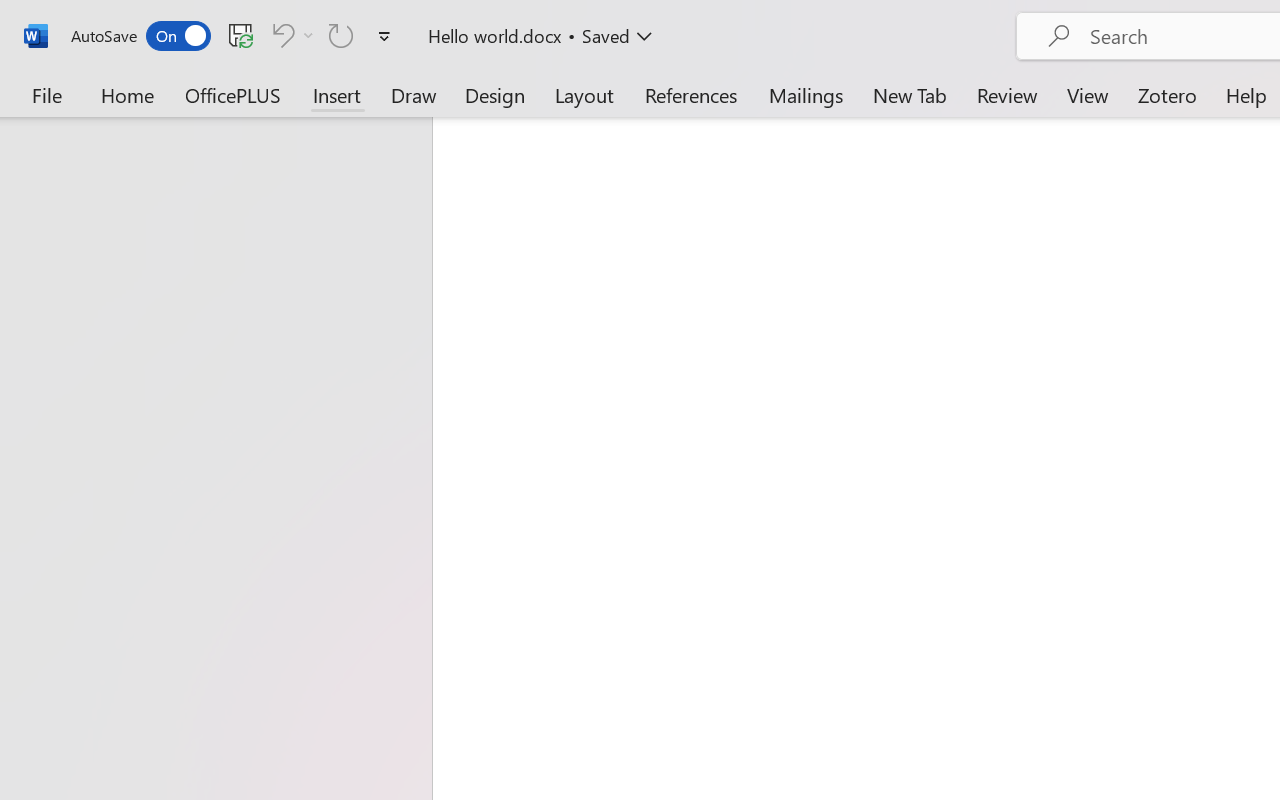 This screenshot has width=1280, height=800. What do you see at coordinates (233, 94) in the screenshot?
I see `'OfficePLUS'` at bounding box center [233, 94].